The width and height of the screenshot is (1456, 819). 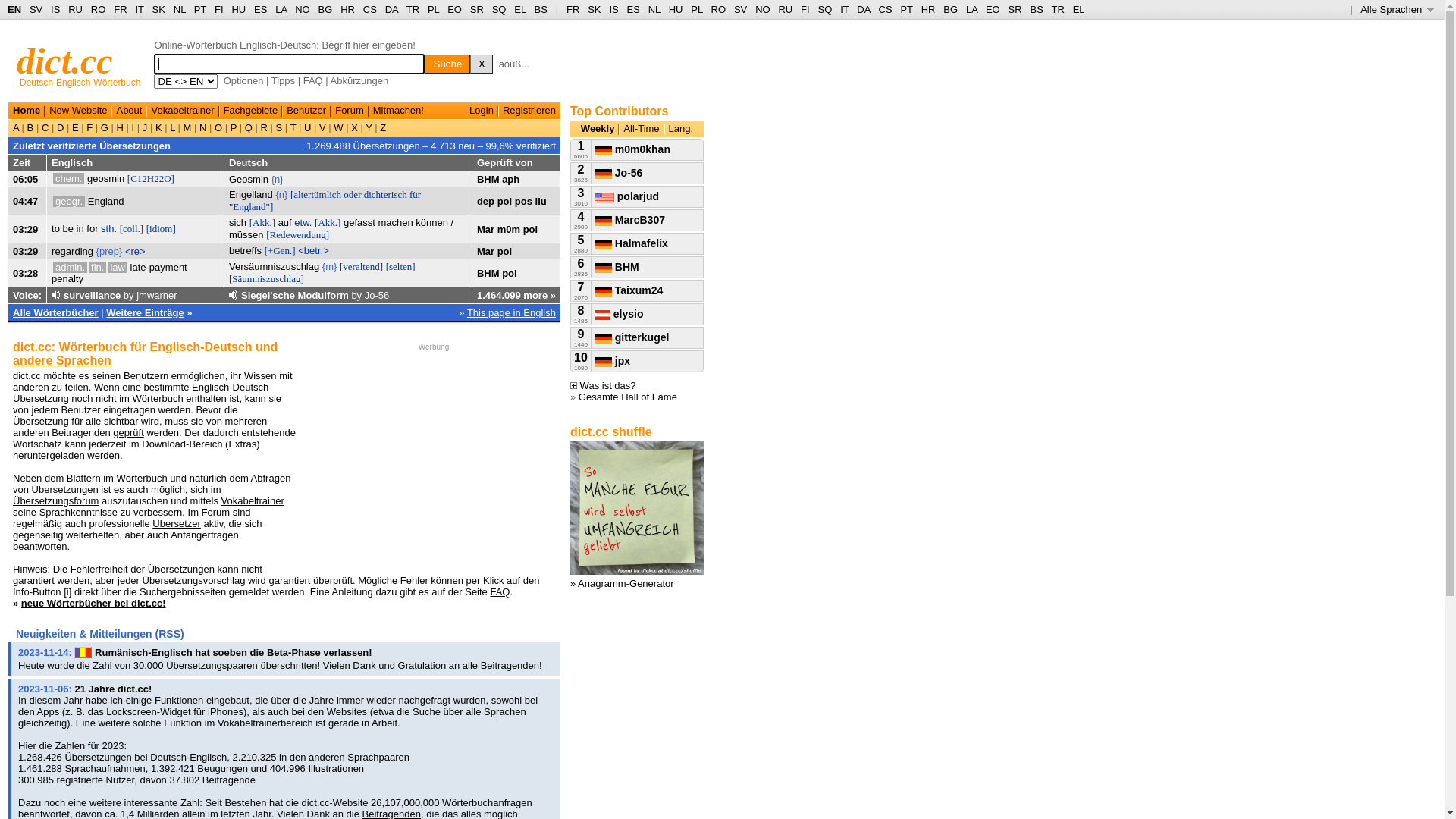 What do you see at coordinates (839, 9) in the screenshot?
I see `'IT'` at bounding box center [839, 9].